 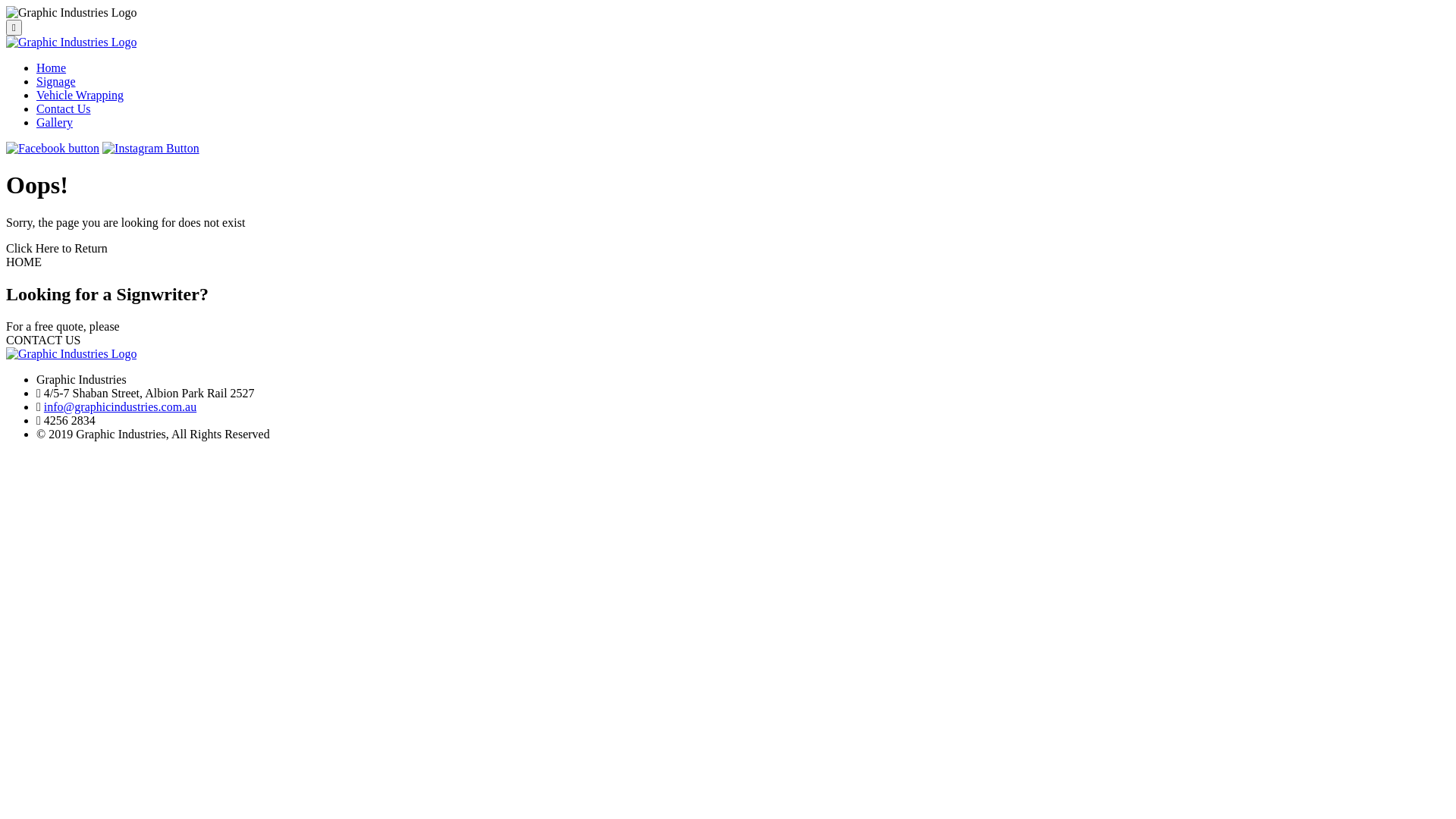 I want to click on 'Vehicle Wrapping', so click(x=79, y=95).